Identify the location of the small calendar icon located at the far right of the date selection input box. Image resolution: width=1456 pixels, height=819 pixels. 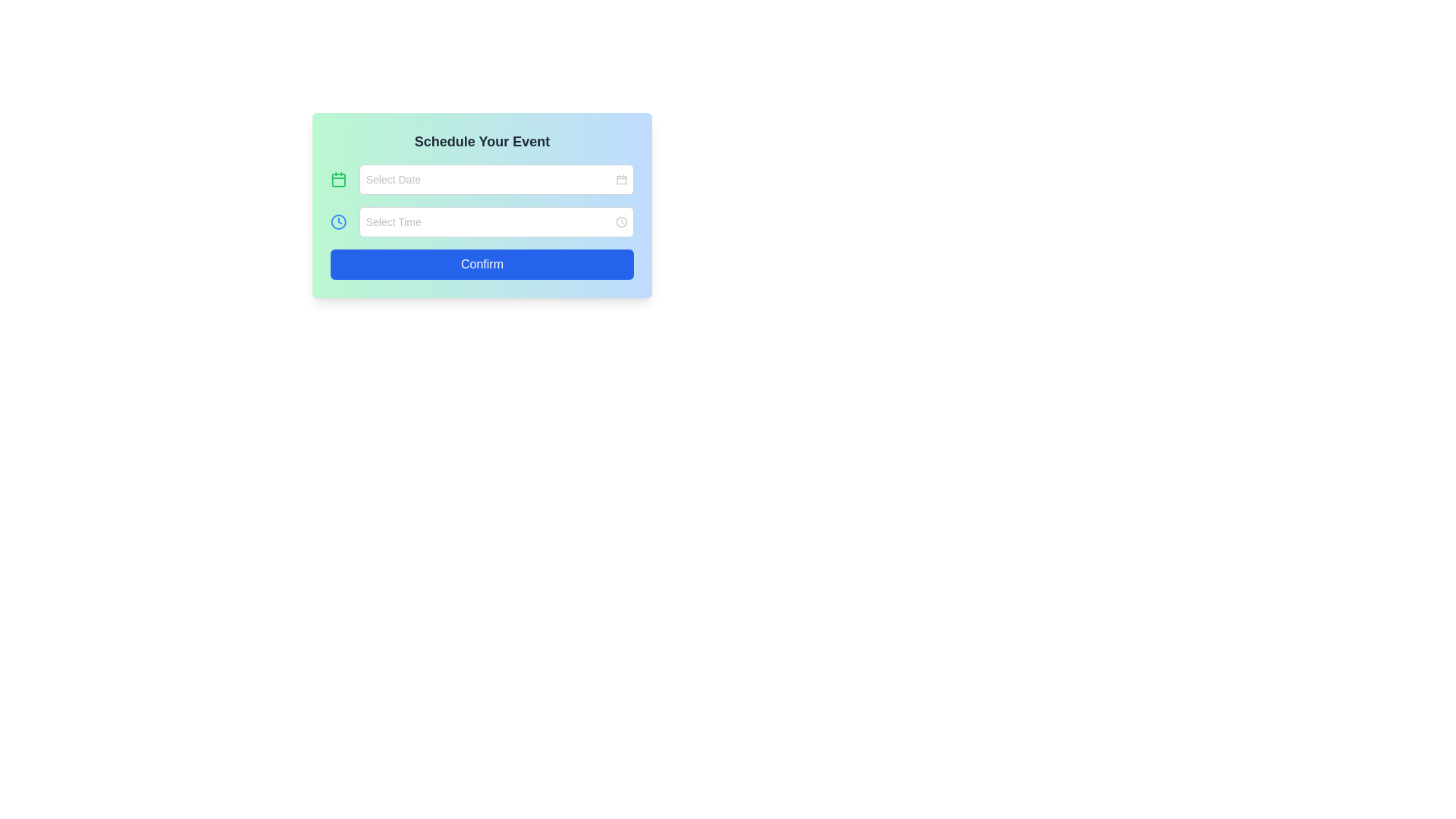
(622, 178).